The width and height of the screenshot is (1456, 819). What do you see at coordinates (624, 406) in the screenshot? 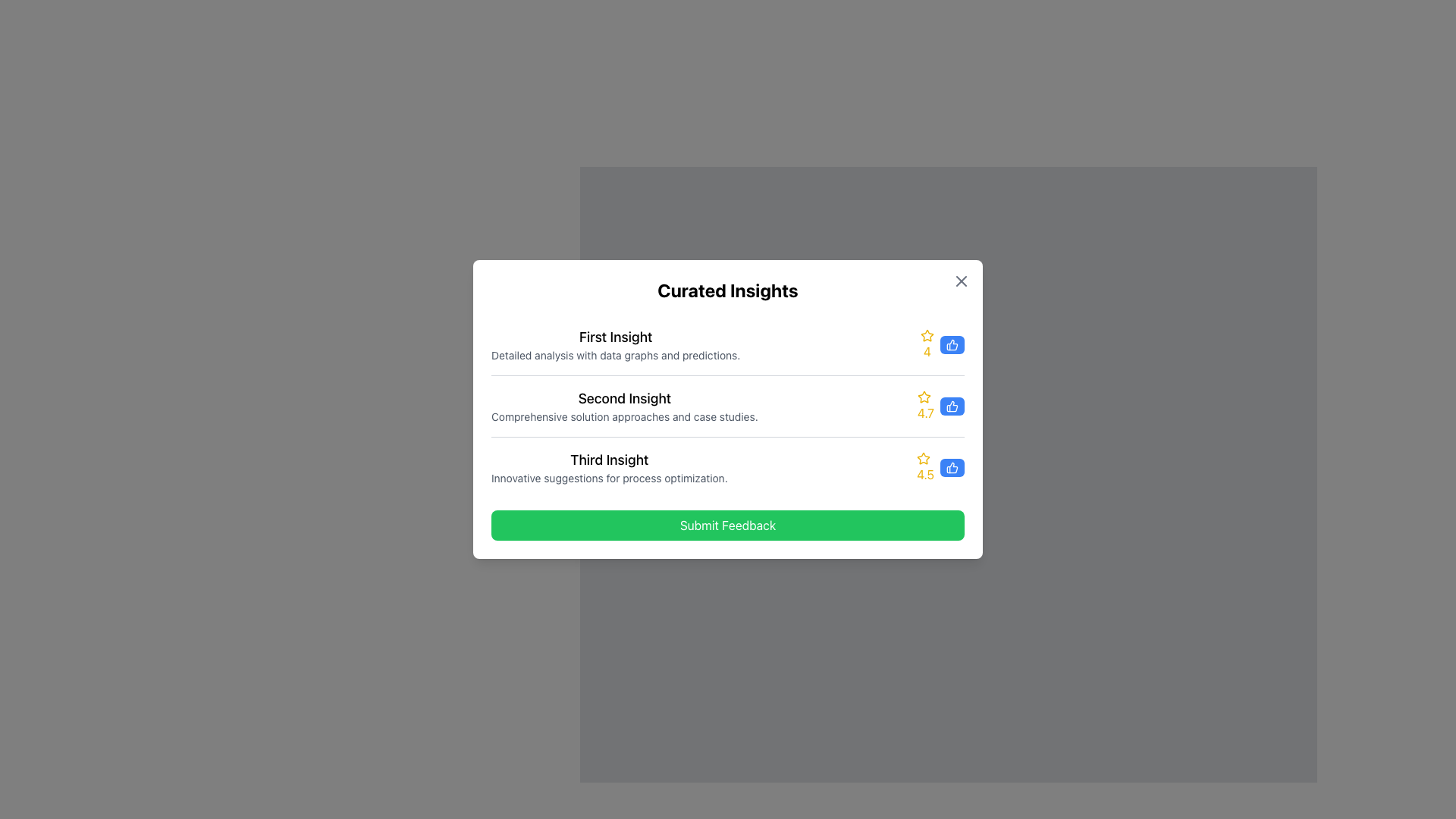
I see `the 'Second Insight' text display, which consists of the title 'Second Insight' in bold and a description in smaller gray text, located in the white modal box as the second entry in the 'Curated Insights' list` at bounding box center [624, 406].